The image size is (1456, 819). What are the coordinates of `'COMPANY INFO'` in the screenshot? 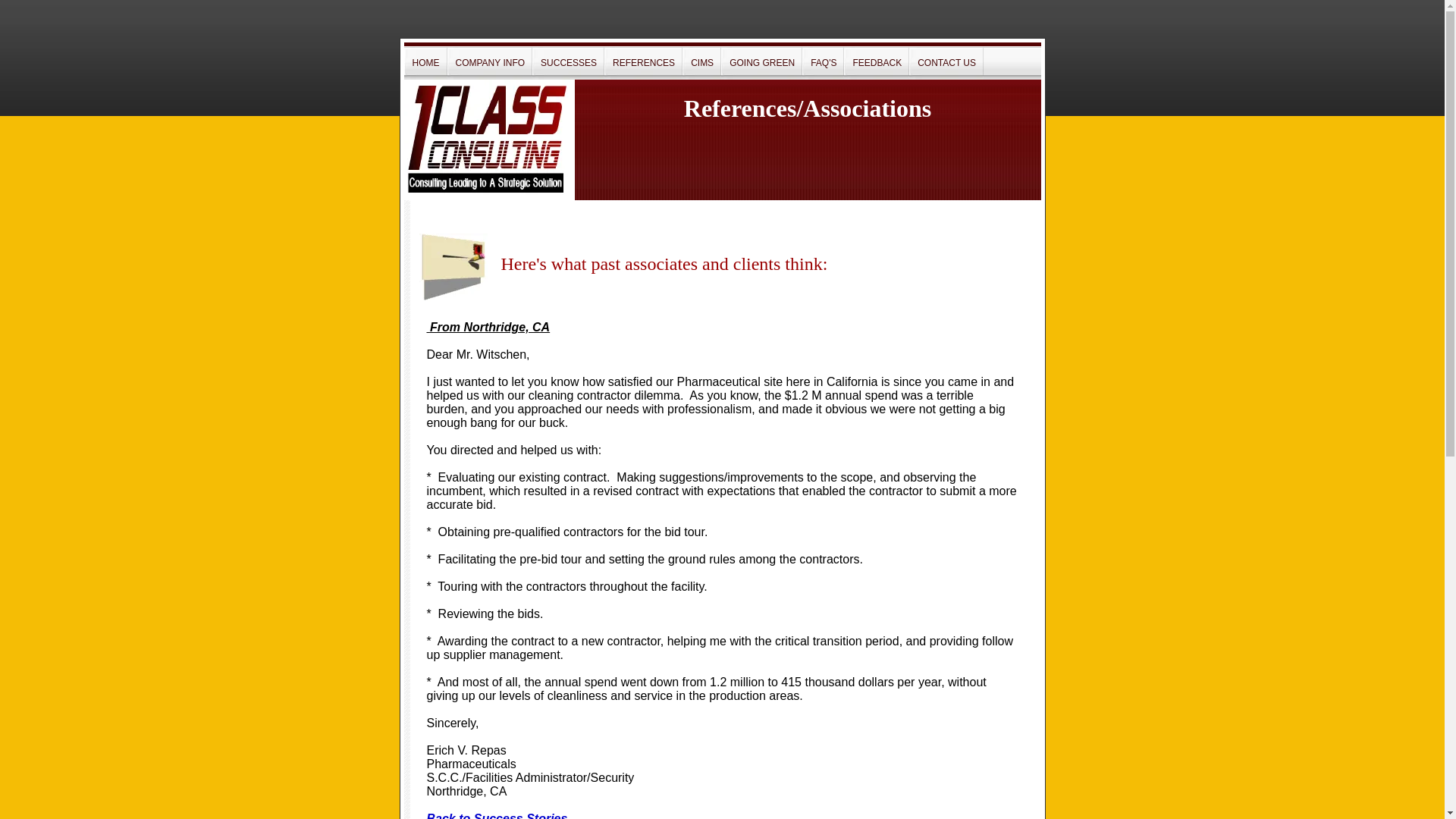 It's located at (490, 62).